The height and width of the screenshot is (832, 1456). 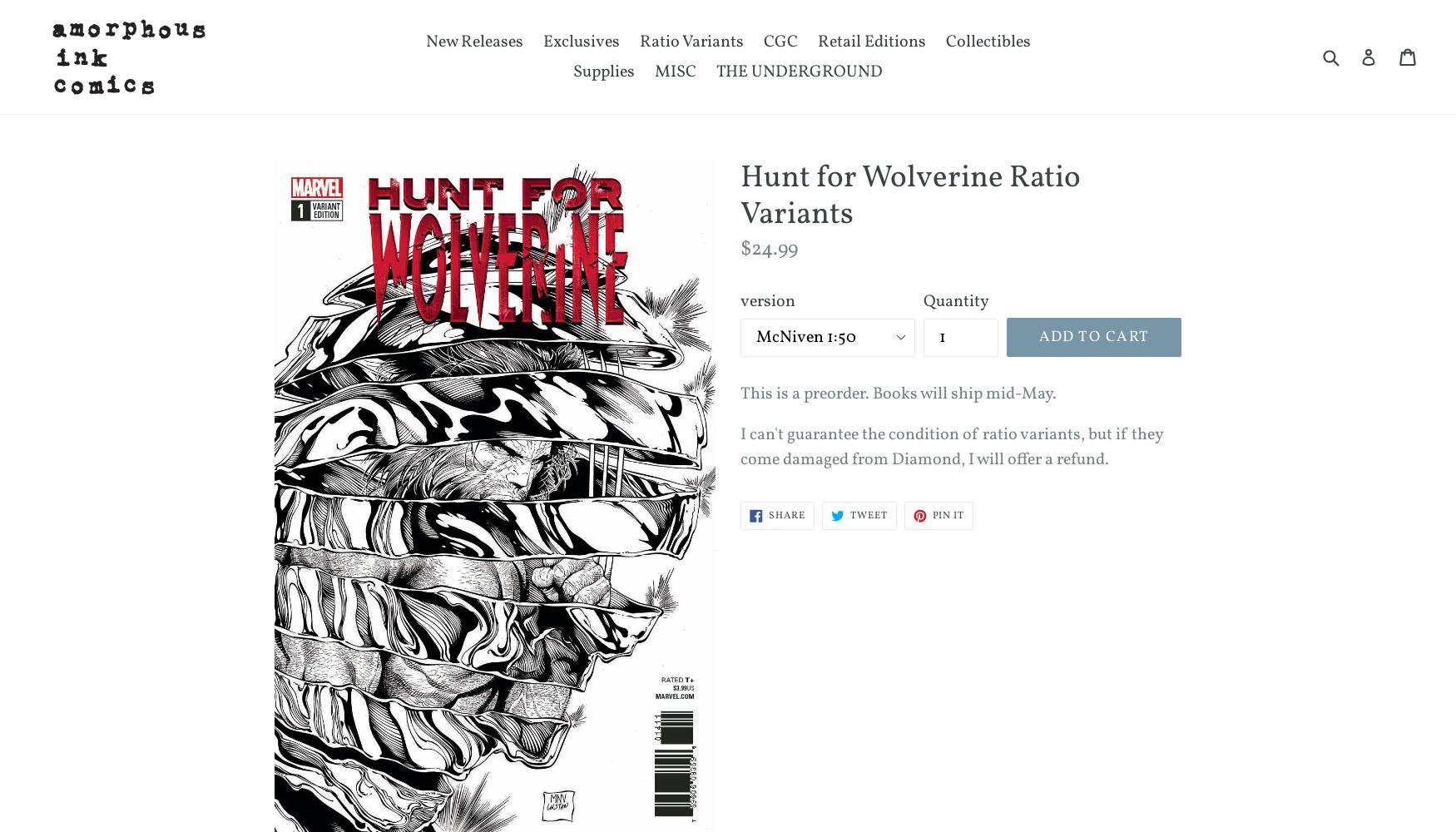 What do you see at coordinates (947, 515) in the screenshot?
I see `'Pin it'` at bounding box center [947, 515].